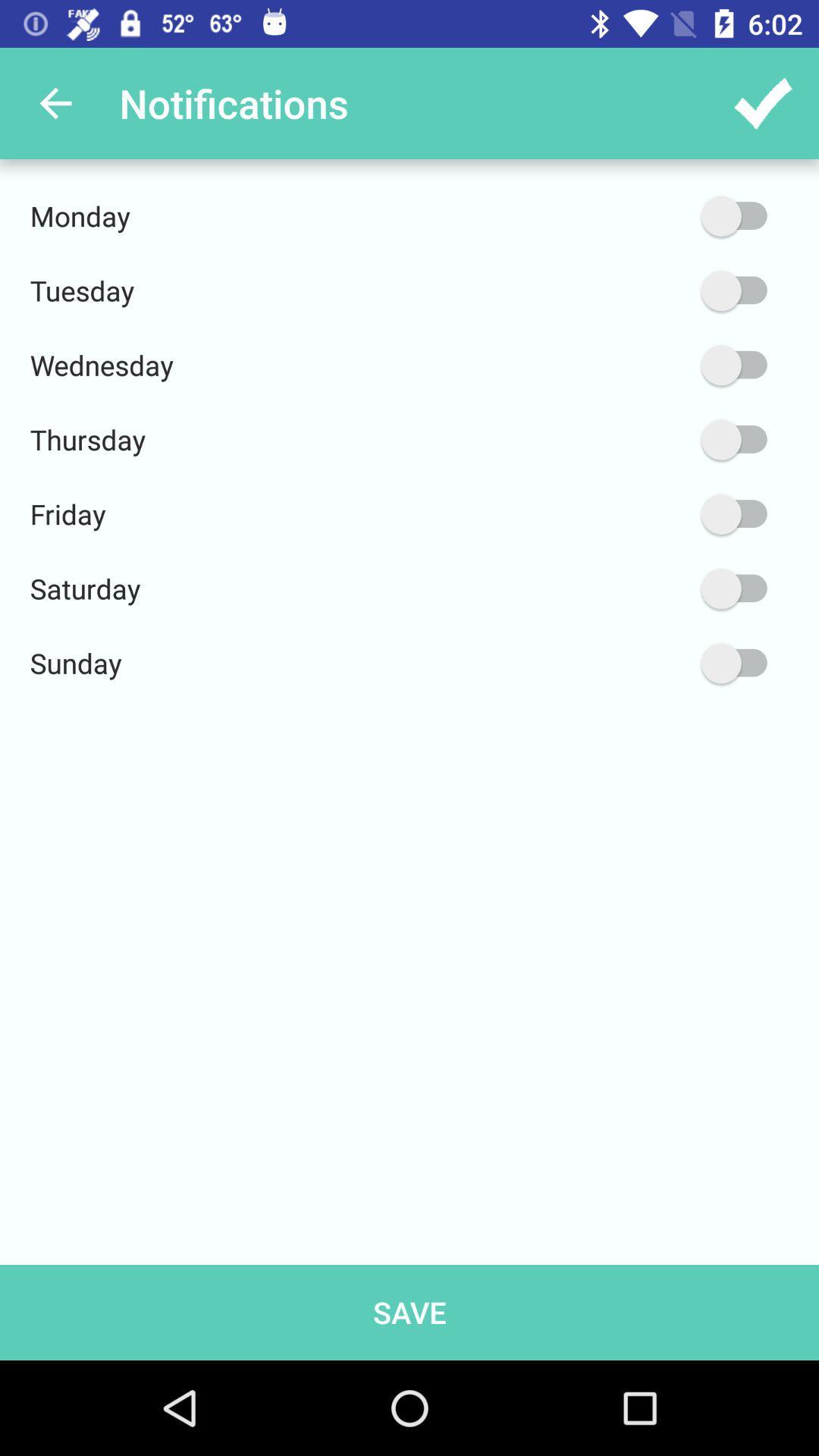 The image size is (819, 1456). What do you see at coordinates (661, 663) in the screenshot?
I see `the item to the right of sunday icon` at bounding box center [661, 663].